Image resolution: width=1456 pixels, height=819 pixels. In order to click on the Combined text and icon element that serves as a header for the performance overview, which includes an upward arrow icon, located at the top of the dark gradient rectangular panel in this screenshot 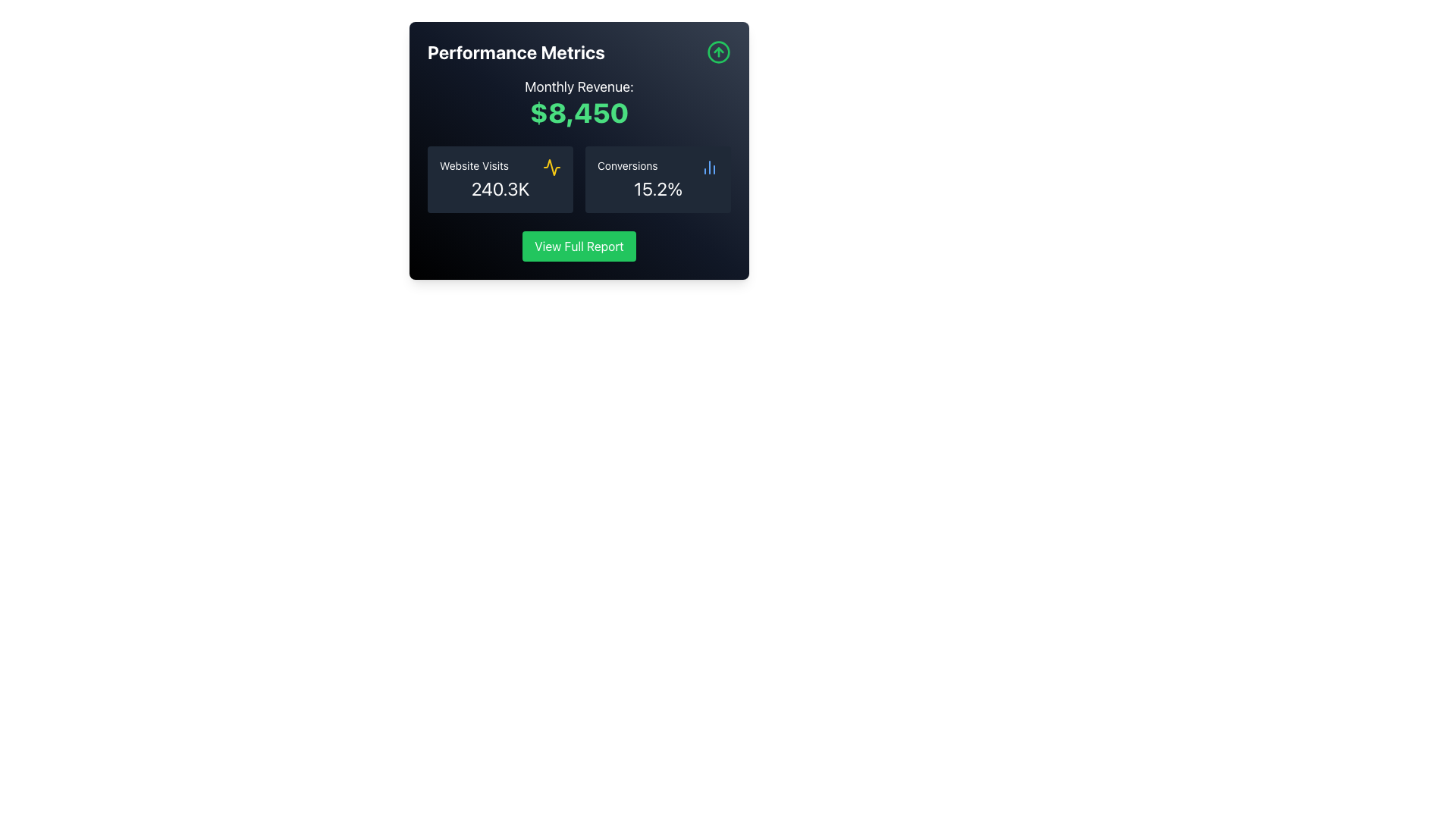, I will do `click(578, 52)`.